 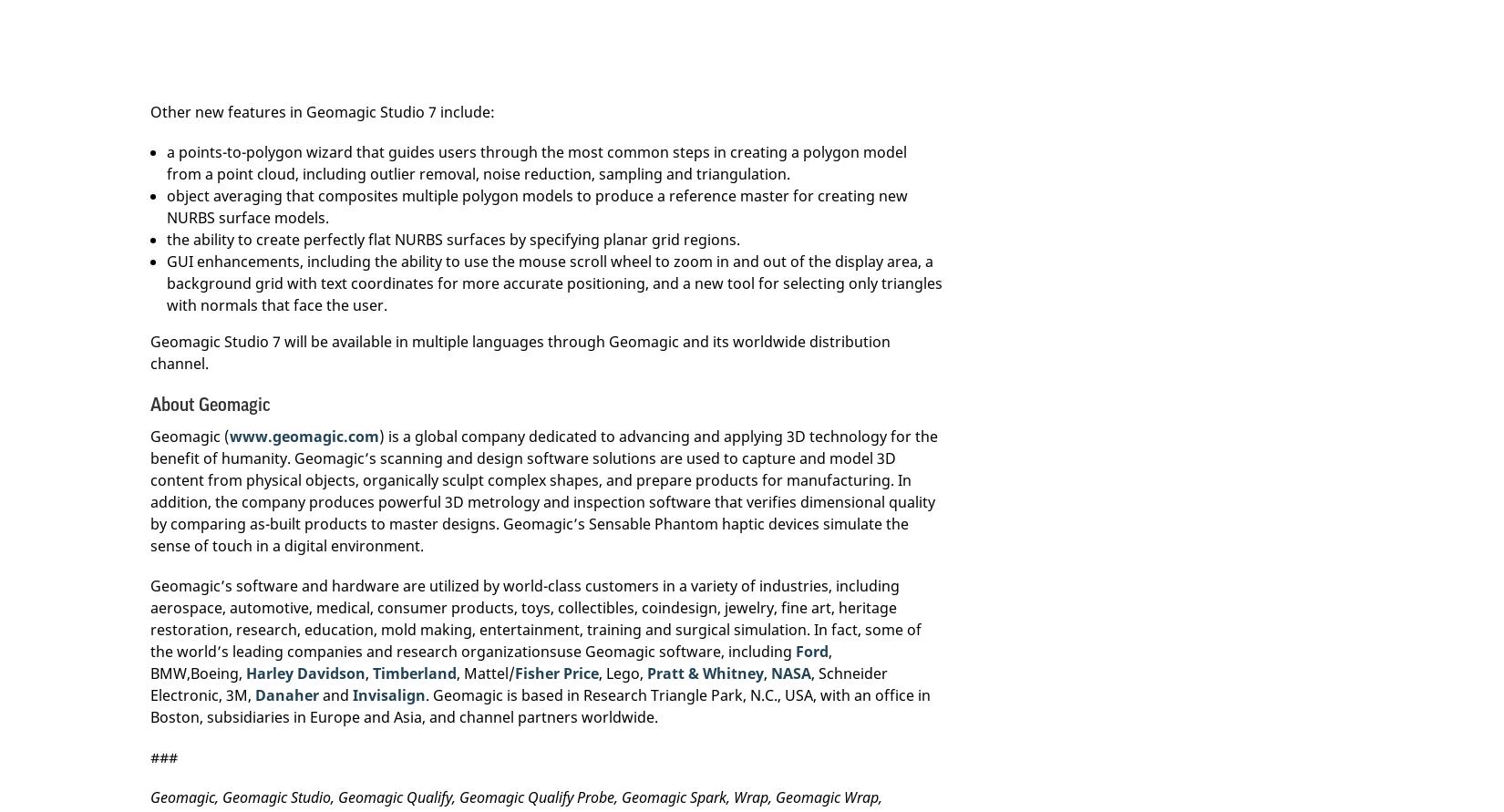 I want to click on 'NASA', so click(x=791, y=673).